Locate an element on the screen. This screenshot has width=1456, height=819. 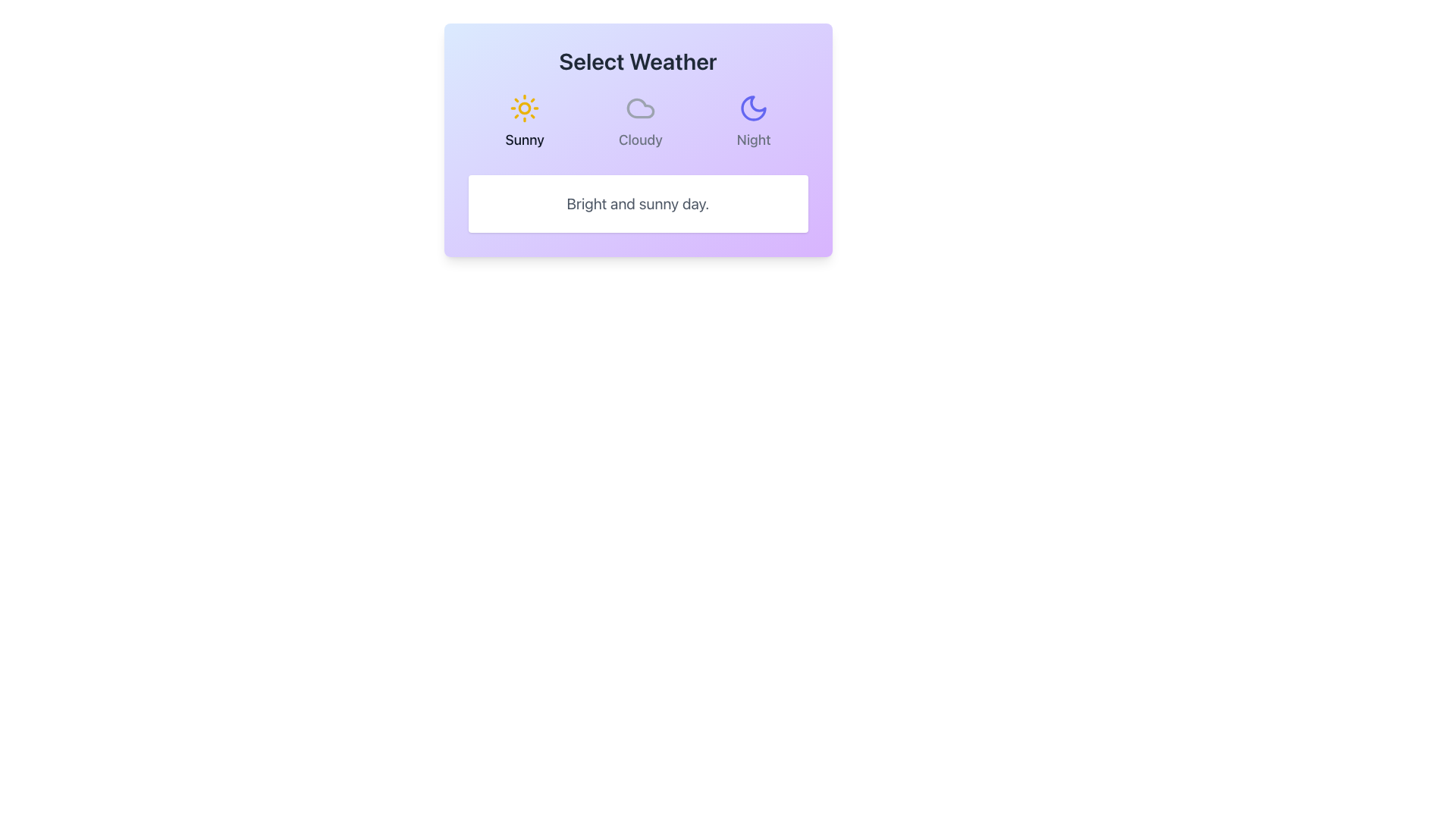
the 'Sunny' weather condition label, which is positioned below the sun icon in the weather selection interface is located at coordinates (525, 140).